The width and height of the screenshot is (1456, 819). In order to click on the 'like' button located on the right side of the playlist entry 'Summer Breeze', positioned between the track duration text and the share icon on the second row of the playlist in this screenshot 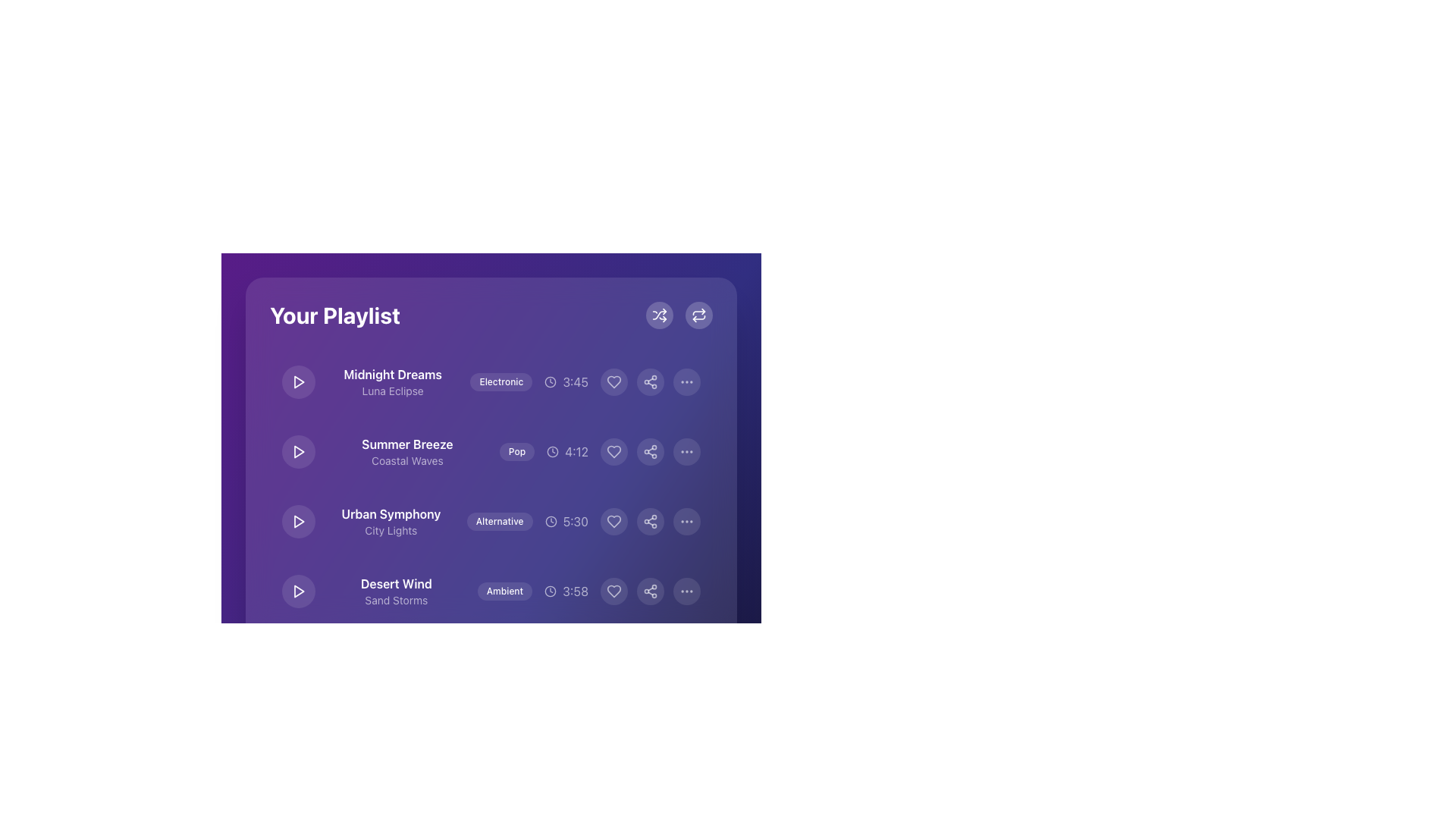, I will do `click(614, 451)`.